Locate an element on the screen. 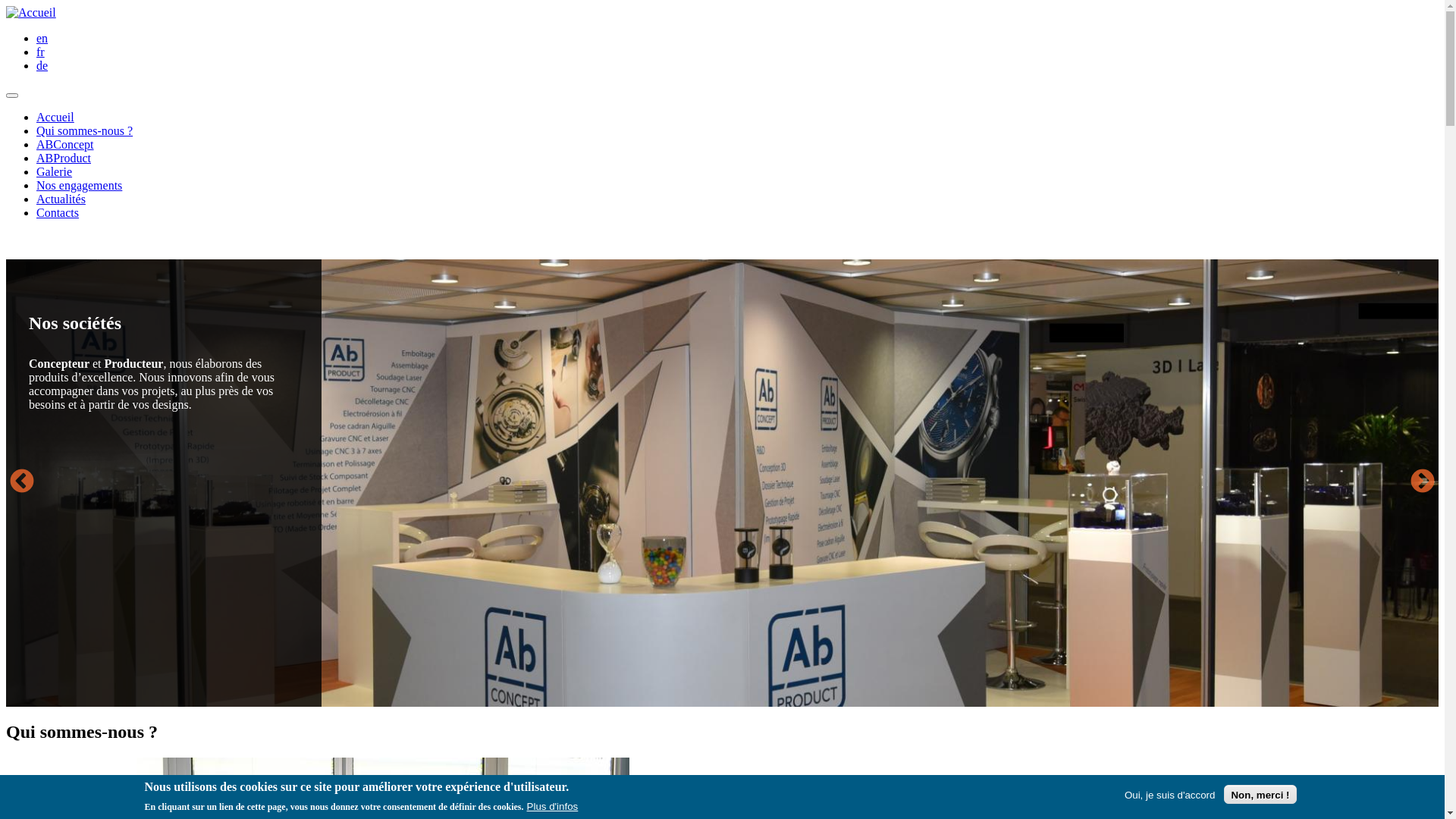  'Qui sommes-nous ?' is located at coordinates (83, 130).